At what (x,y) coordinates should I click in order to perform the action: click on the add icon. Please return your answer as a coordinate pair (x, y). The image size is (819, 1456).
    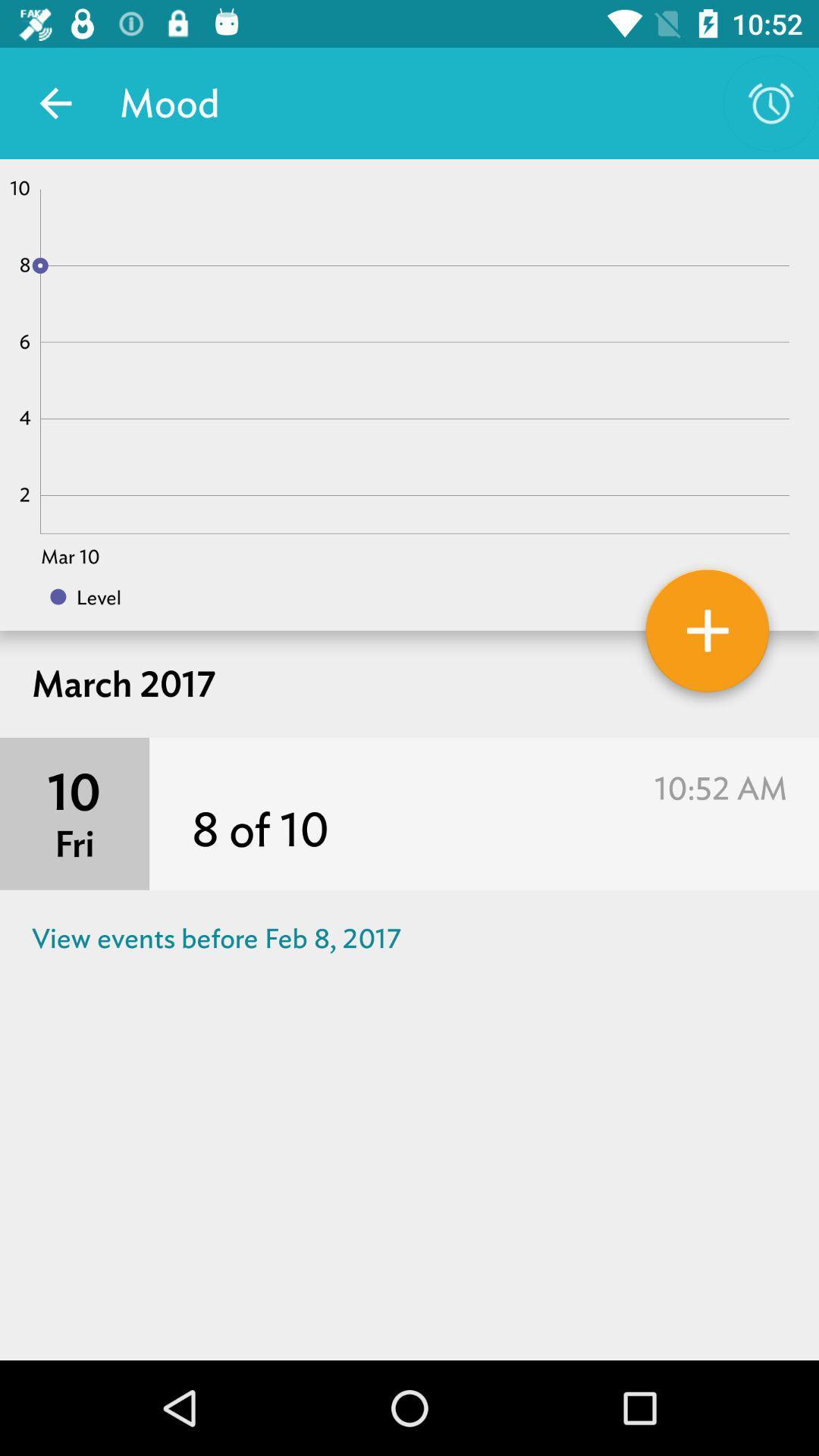
    Looking at the image, I should click on (708, 636).